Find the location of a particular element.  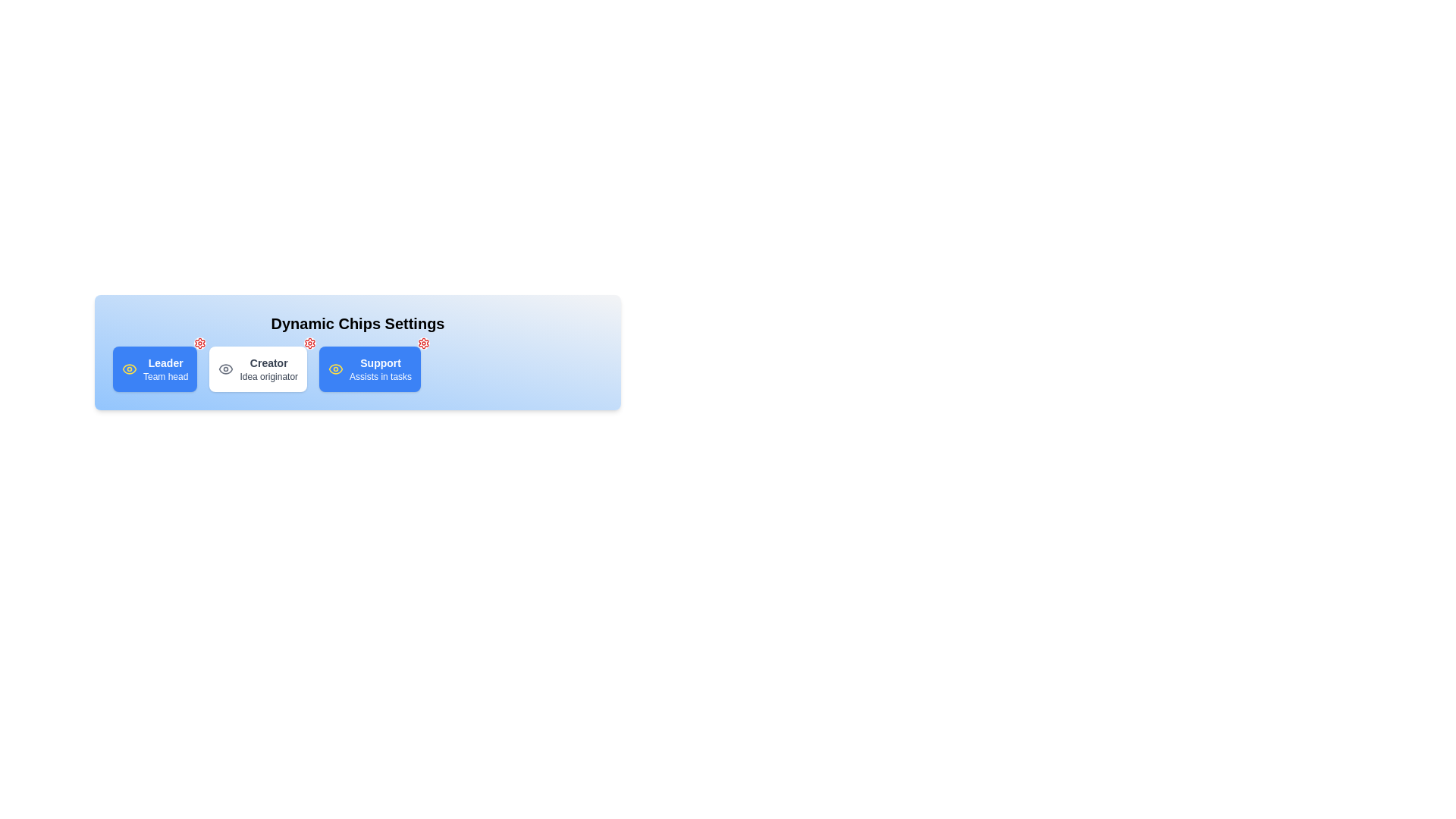

the settings icon for the chip labeled Leader is located at coordinates (199, 343).